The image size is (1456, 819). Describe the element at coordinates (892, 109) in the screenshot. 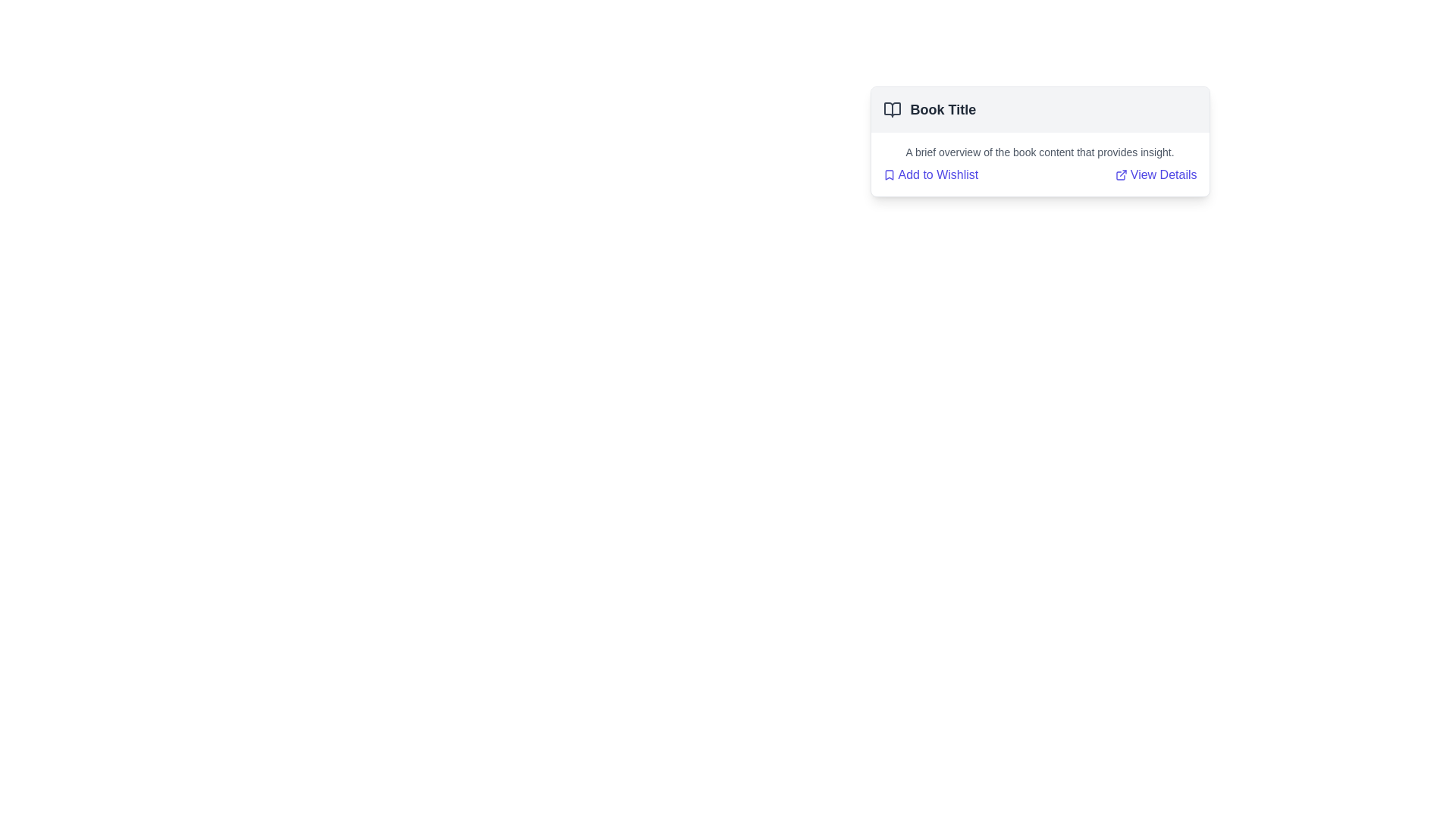

I see `the open book icon element, which is styled with a dark outline and is located to the left of the text 'Book Title'` at that location.